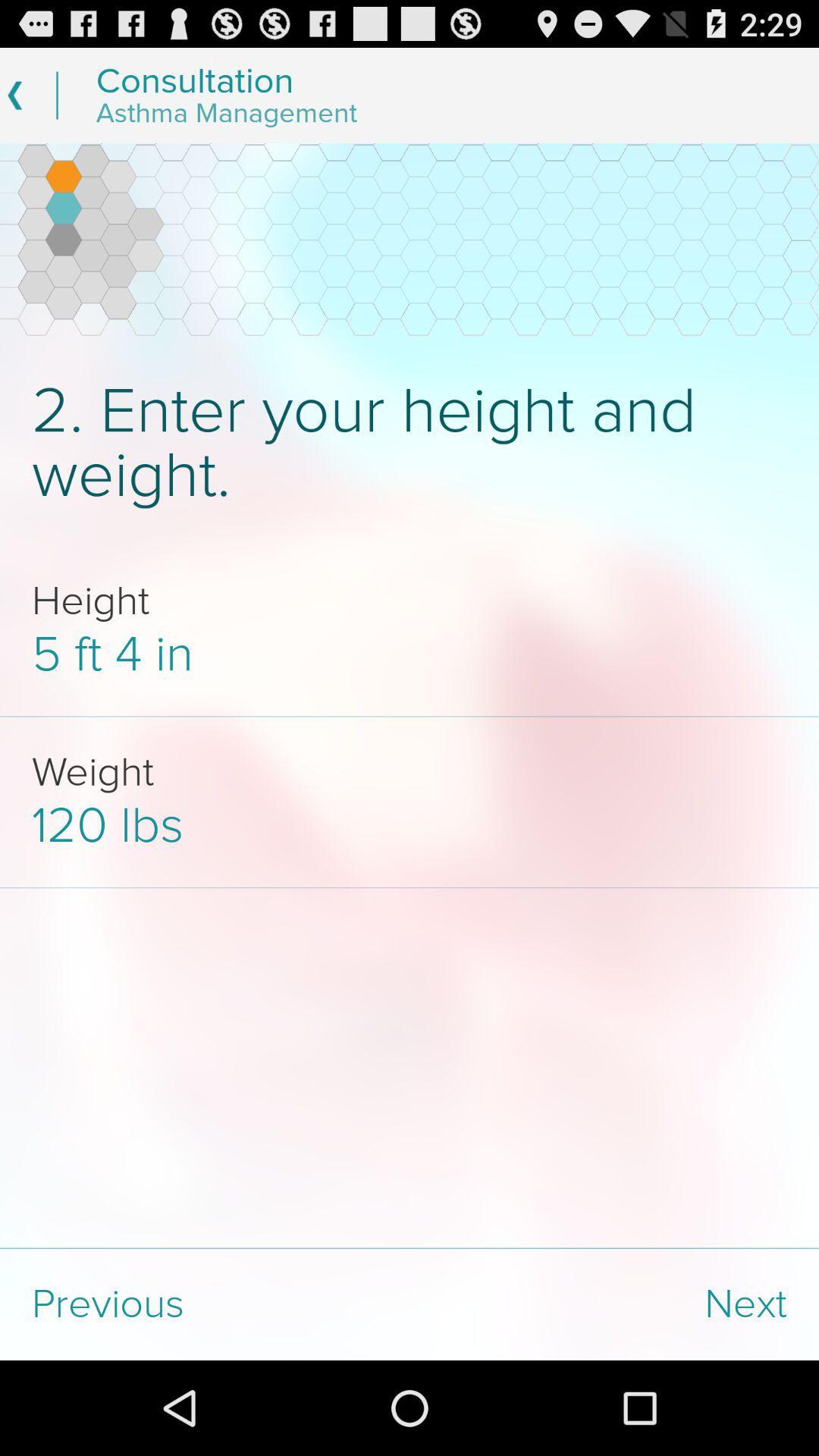  What do you see at coordinates (205, 1304) in the screenshot?
I see `the previous icon` at bounding box center [205, 1304].